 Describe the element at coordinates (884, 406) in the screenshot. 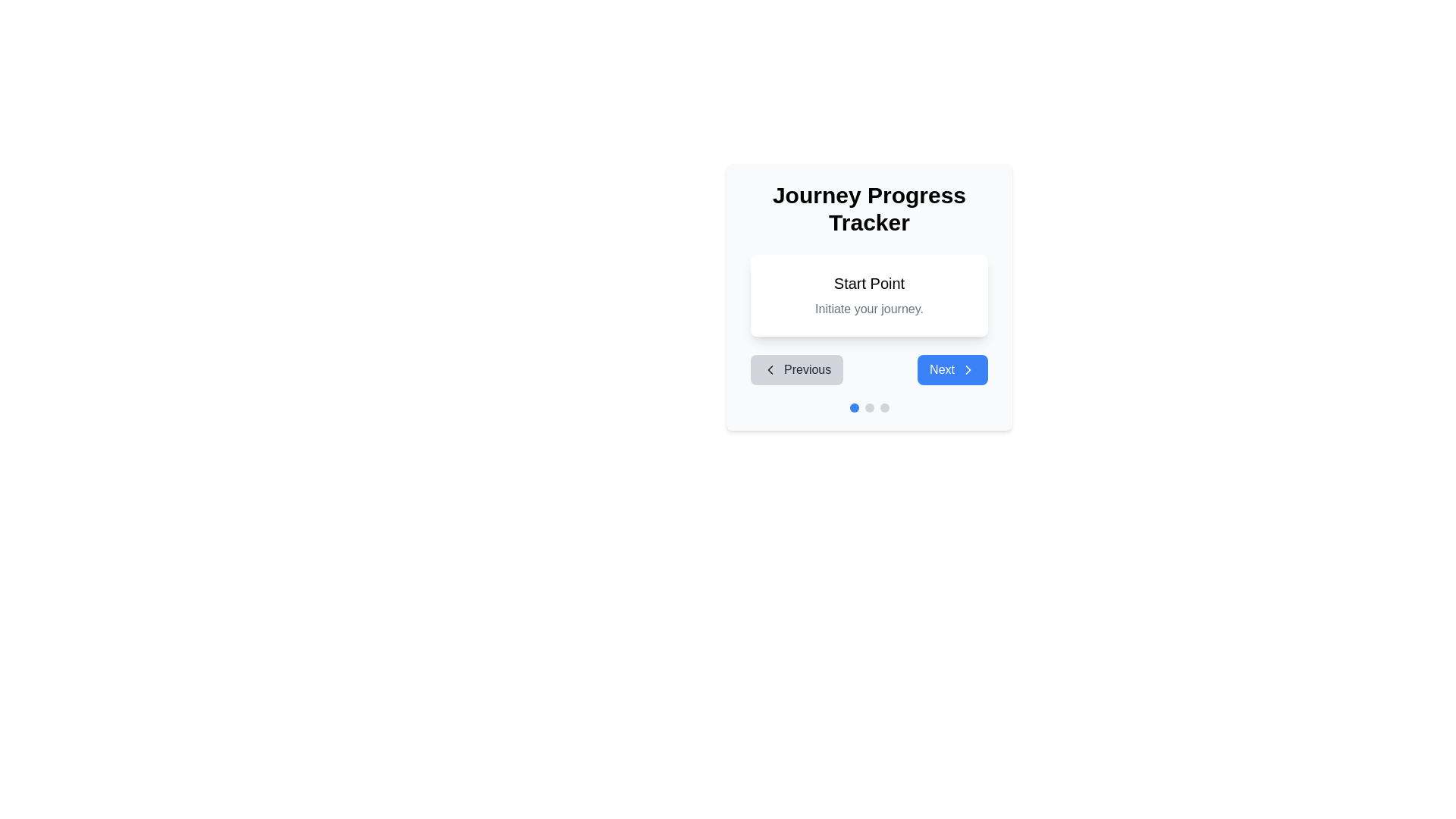

I see `the third circular progress indicator with a light gray background located below the main content area` at that location.